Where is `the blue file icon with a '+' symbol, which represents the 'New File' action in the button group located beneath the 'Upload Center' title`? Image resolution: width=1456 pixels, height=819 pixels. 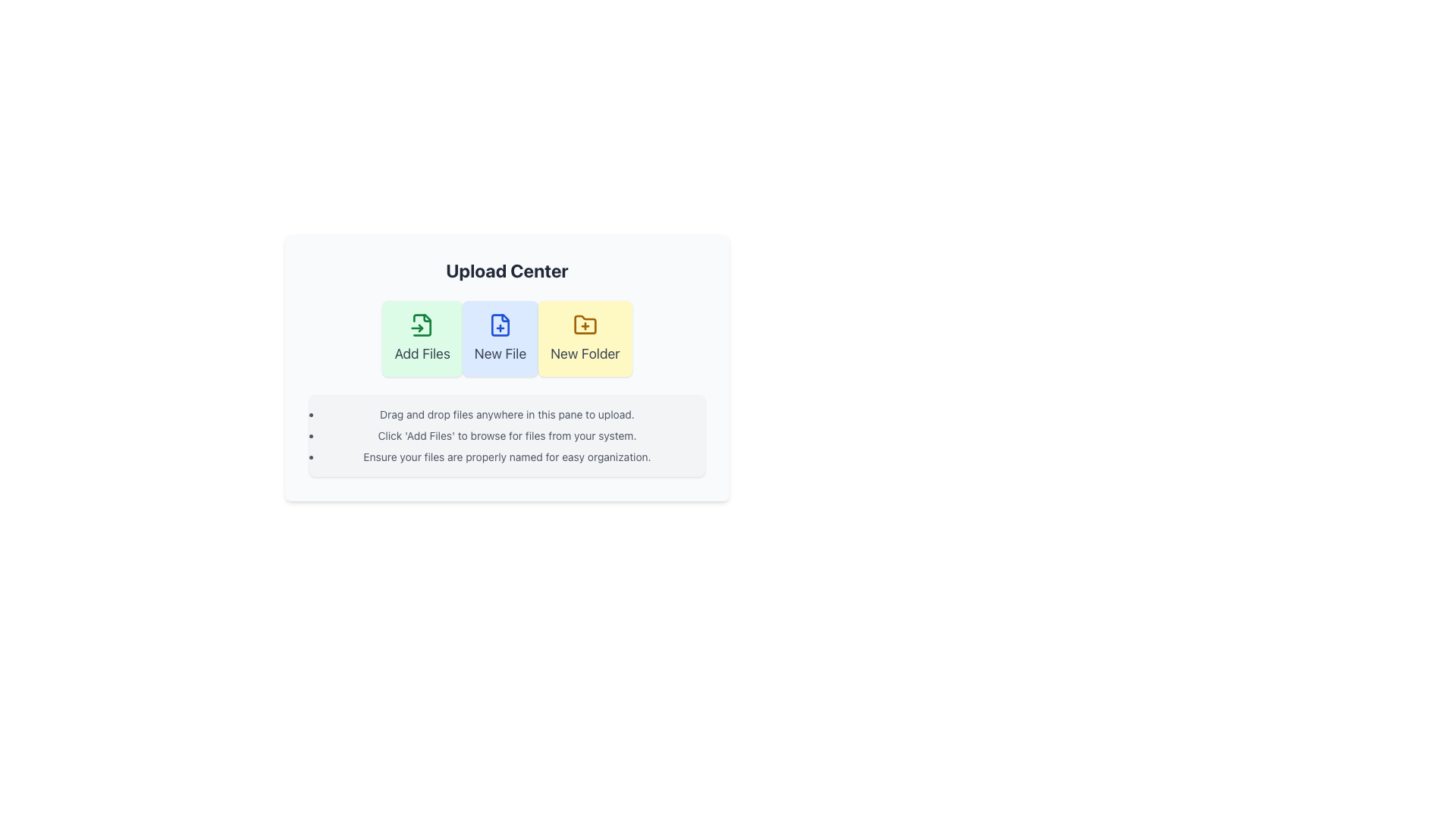
the blue file icon with a '+' symbol, which represents the 'New File' action in the button group located beneath the 'Upload Center' title is located at coordinates (500, 324).